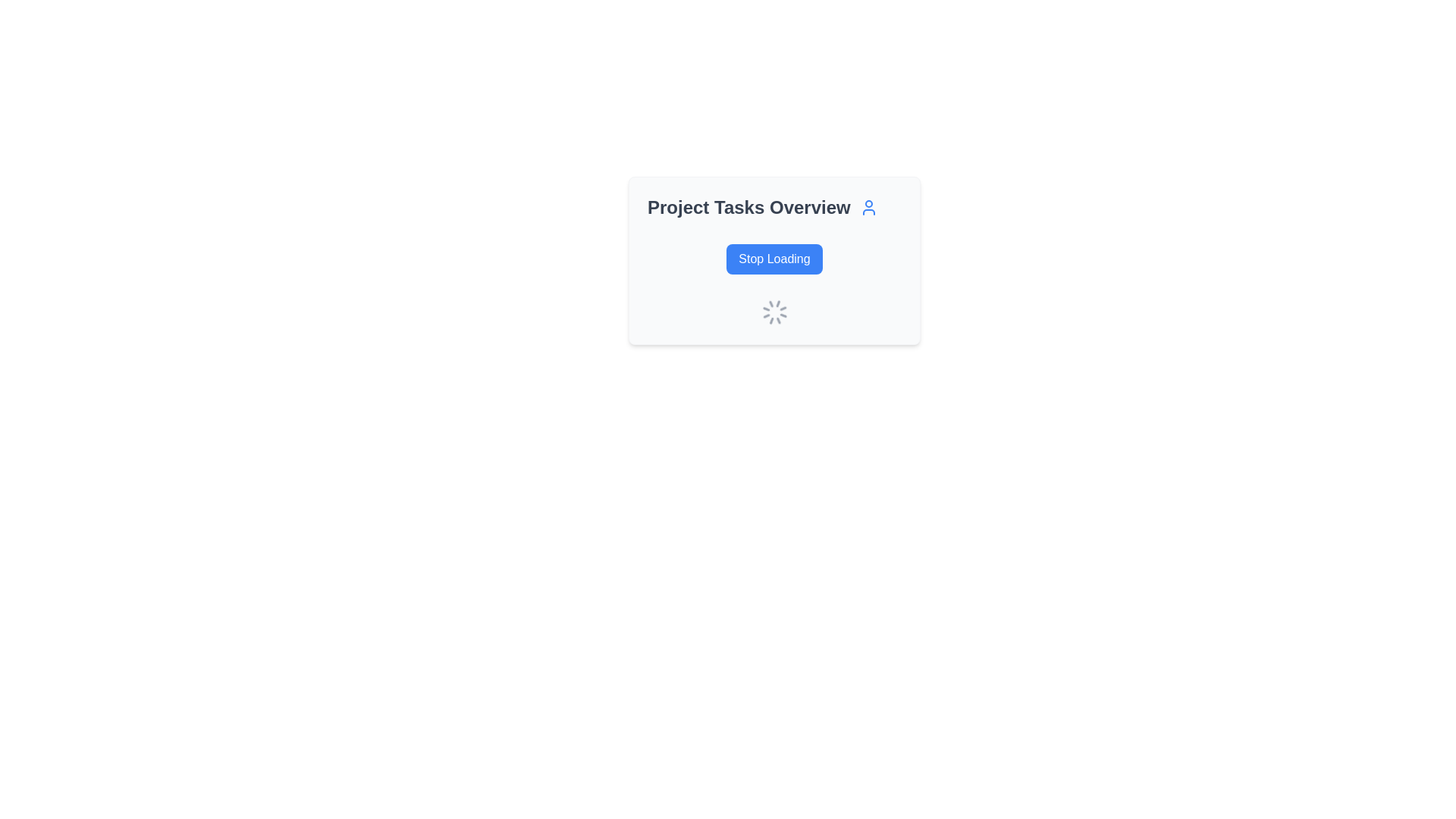 This screenshot has width=1456, height=819. Describe the element at coordinates (774, 259) in the screenshot. I see `the 'Stop Loading' button located within the project tasks overview panel to interrupt the loading process` at that location.